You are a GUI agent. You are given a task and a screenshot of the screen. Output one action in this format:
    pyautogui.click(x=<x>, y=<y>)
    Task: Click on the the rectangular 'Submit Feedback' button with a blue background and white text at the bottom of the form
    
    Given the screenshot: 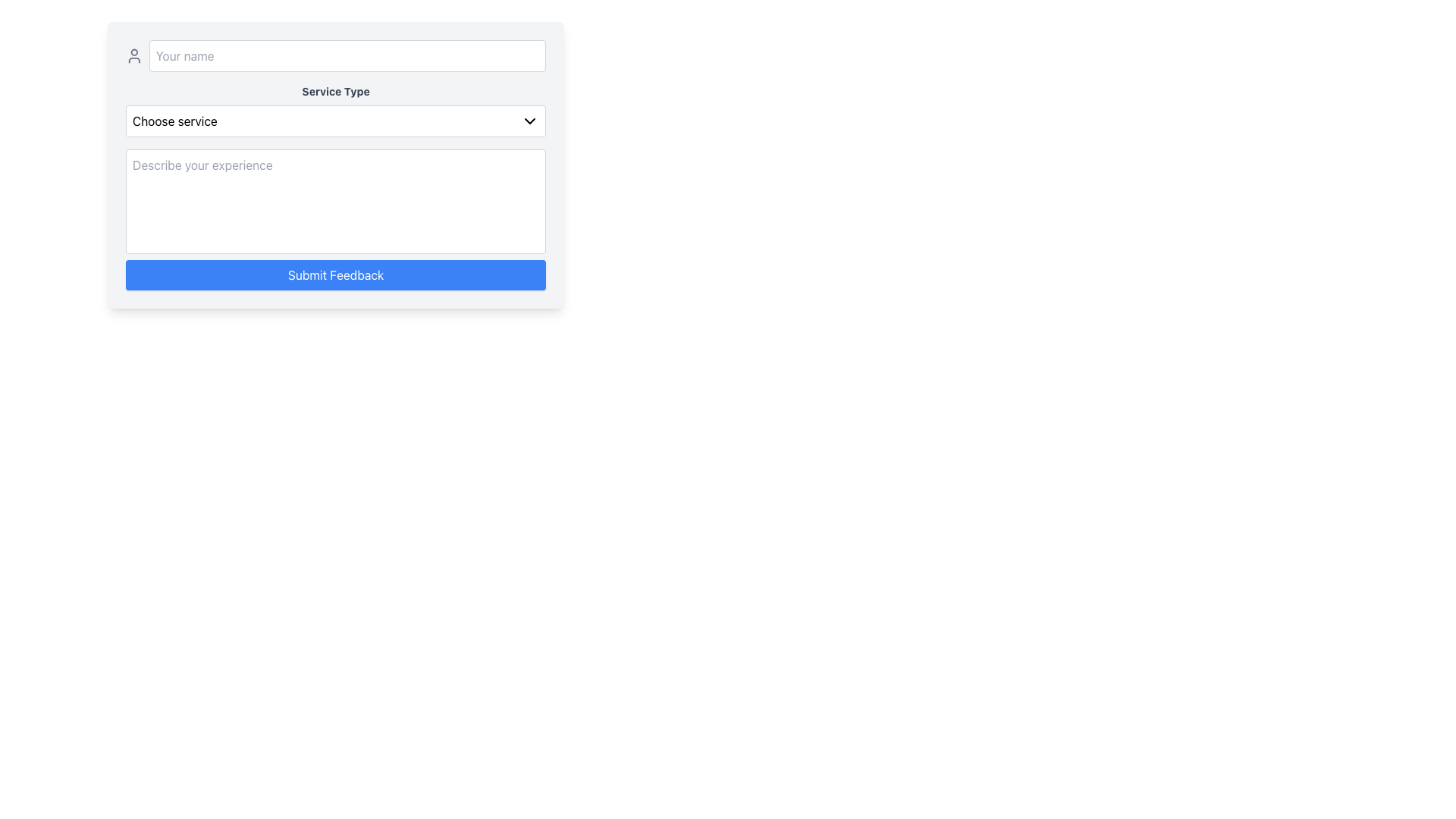 What is the action you would take?
    pyautogui.click(x=335, y=275)
    